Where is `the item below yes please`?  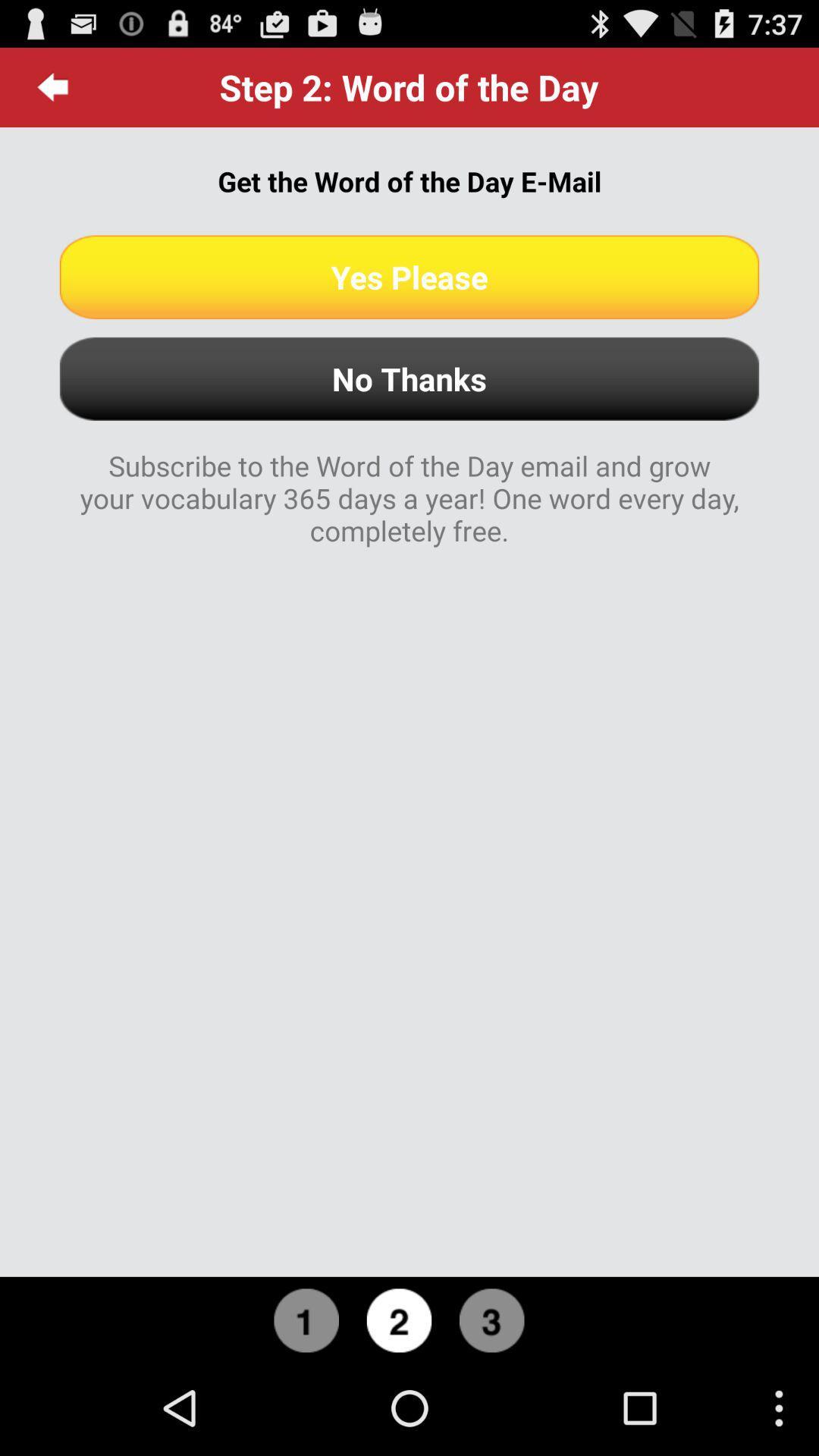
the item below yes please is located at coordinates (409, 378).